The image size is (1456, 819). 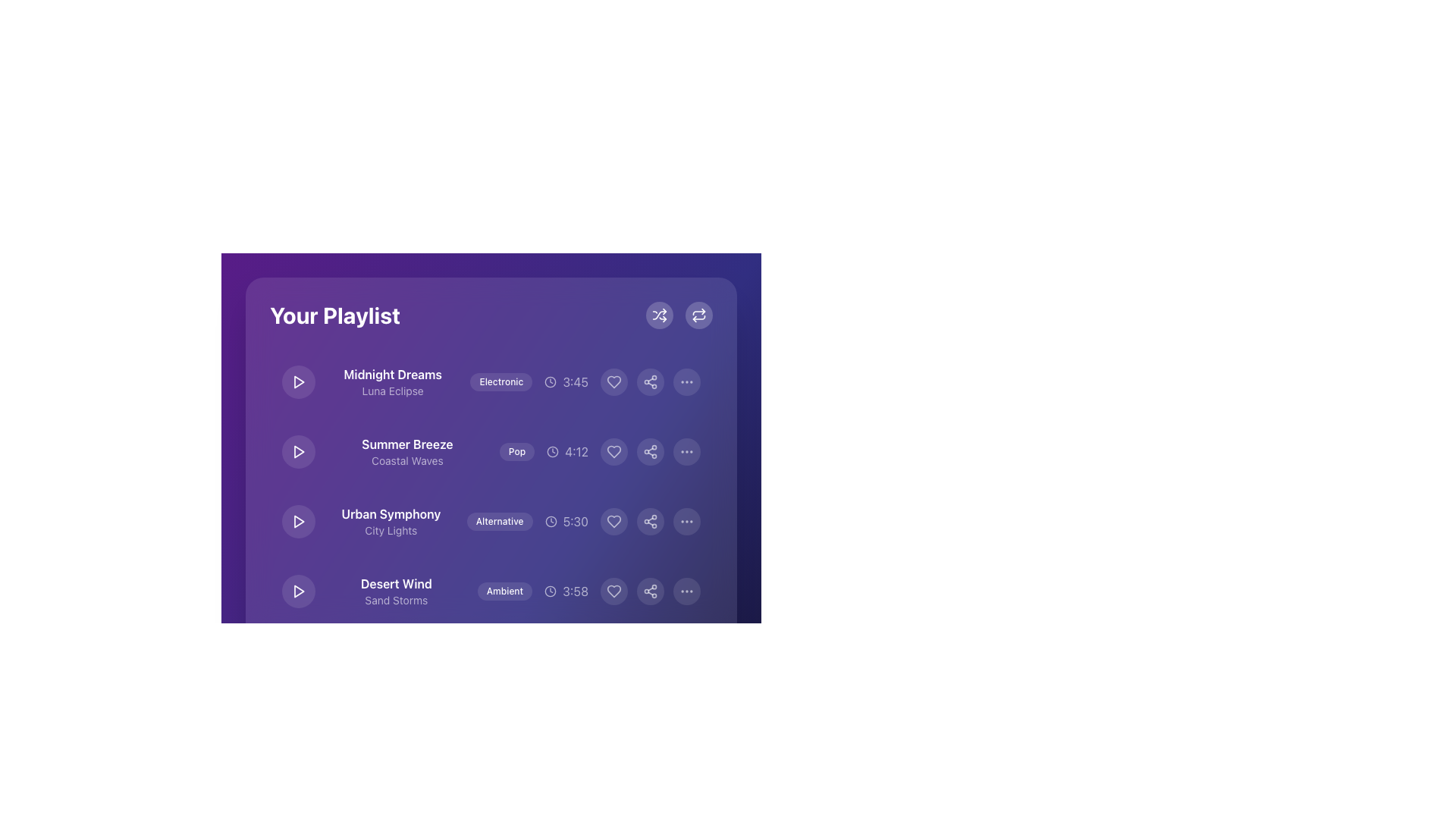 What do you see at coordinates (614, 451) in the screenshot?
I see `the heart icon button, which is the second icon in the row for the 'Summer Breeze' track` at bounding box center [614, 451].